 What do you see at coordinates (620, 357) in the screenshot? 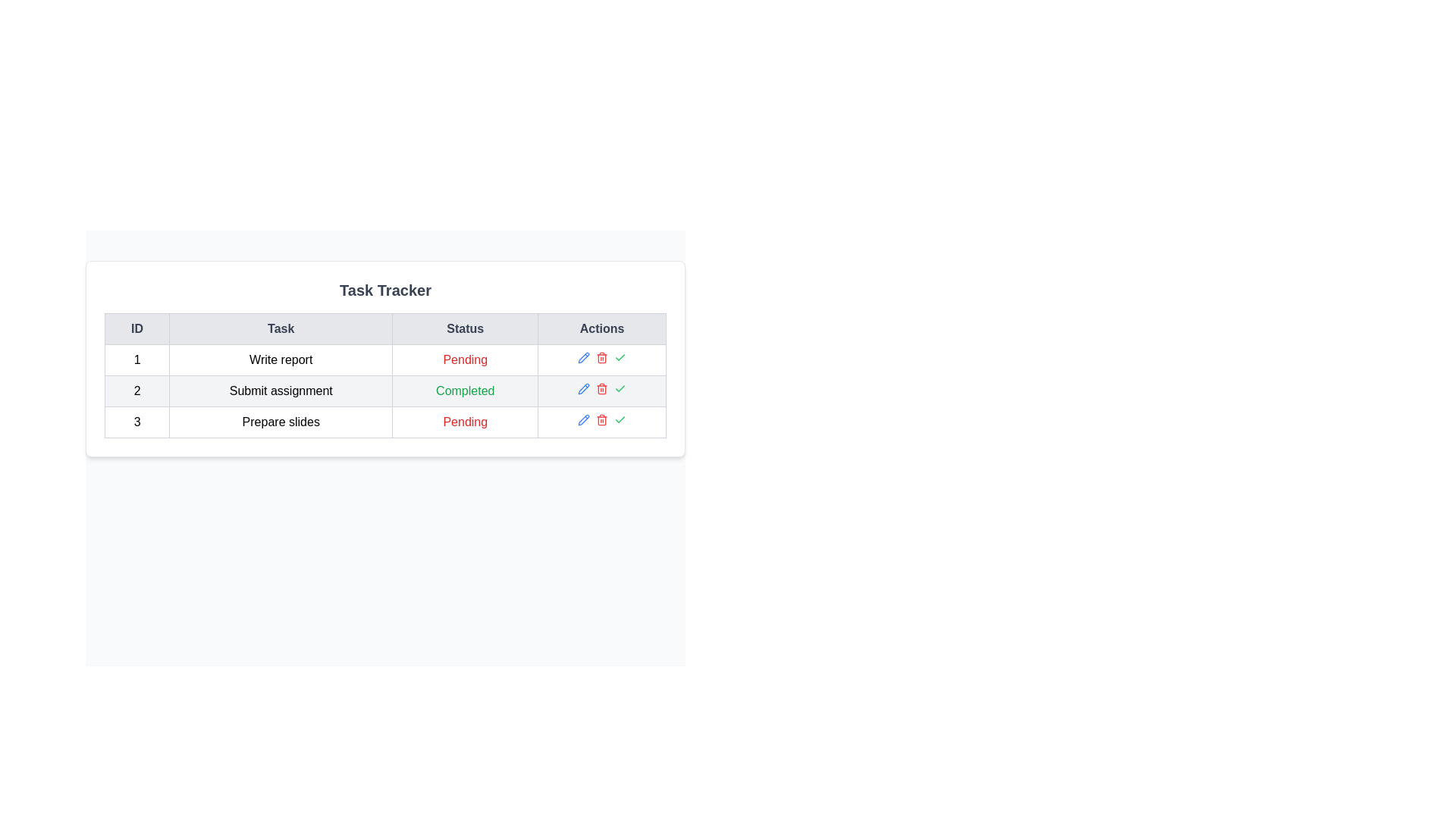
I see `the check icon for task with ID 1 to mark it as completed` at bounding box center [620, 357].